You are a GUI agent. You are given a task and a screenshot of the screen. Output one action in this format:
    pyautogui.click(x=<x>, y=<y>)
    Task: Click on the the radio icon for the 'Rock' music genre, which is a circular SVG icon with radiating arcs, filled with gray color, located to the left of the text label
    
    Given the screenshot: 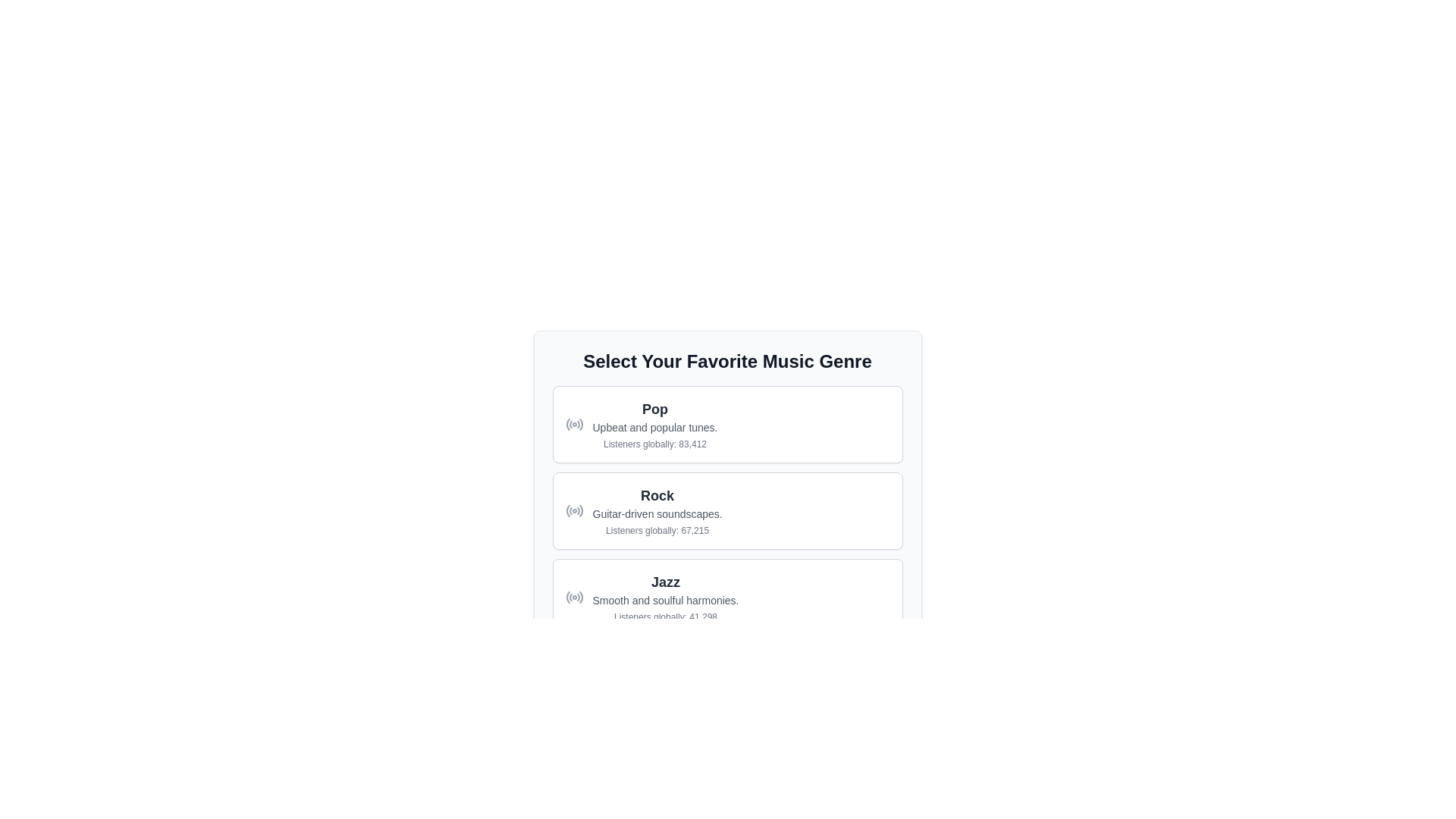 What is the action you would take?
    pyautogui.click(x=573, y=511)
    